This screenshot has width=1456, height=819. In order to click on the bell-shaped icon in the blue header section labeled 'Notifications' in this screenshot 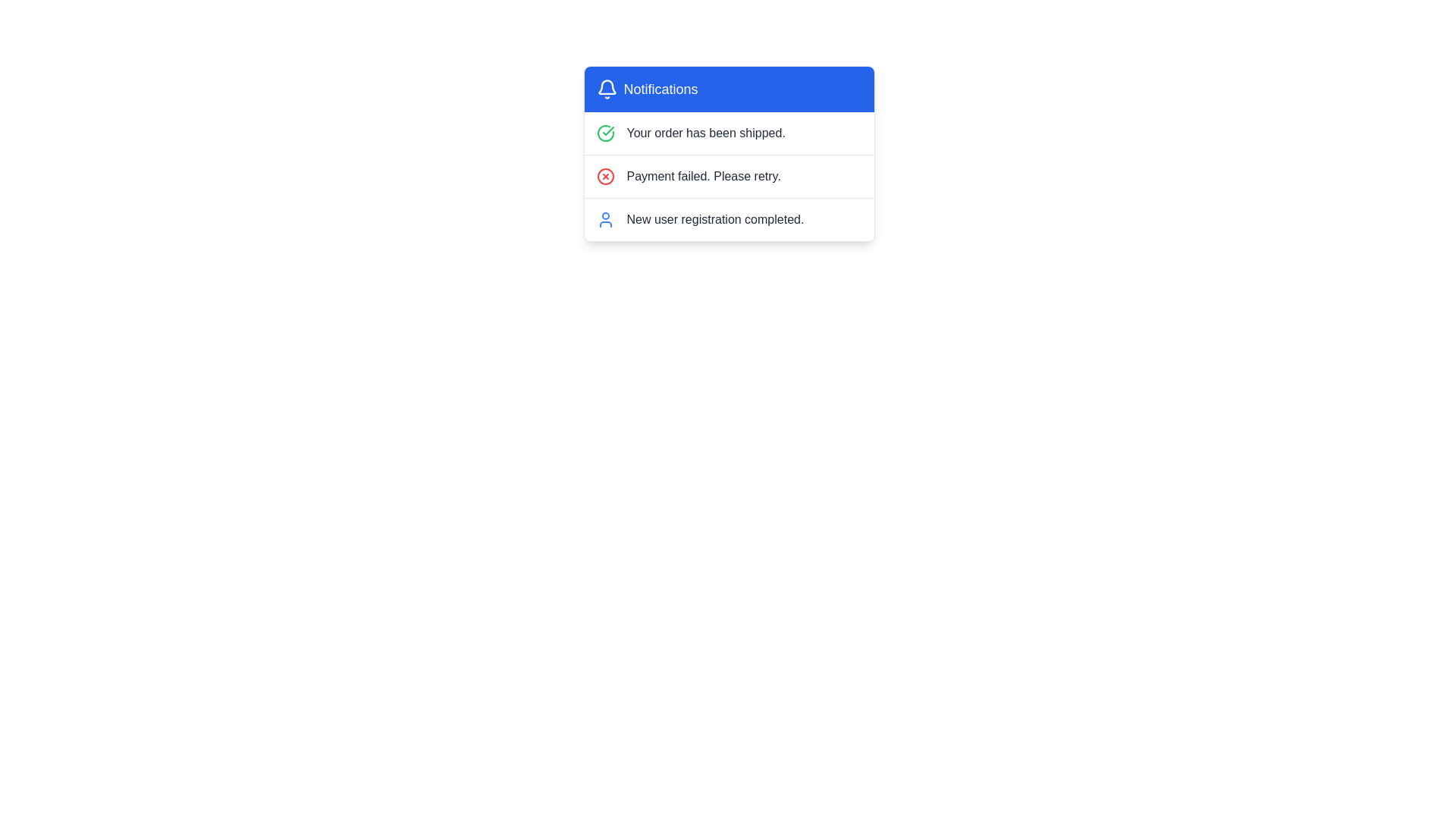, I will do `click(607, 89)`.